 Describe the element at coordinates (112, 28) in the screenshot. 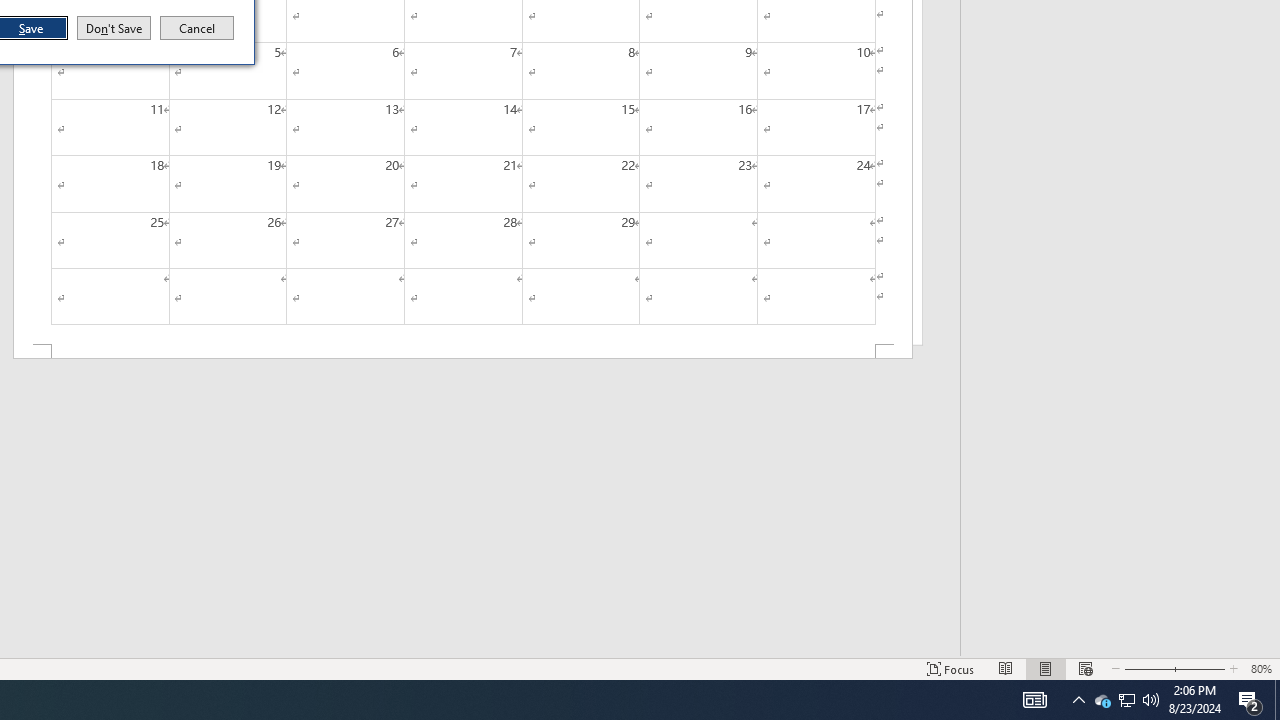

I see `'Don'` at that location.